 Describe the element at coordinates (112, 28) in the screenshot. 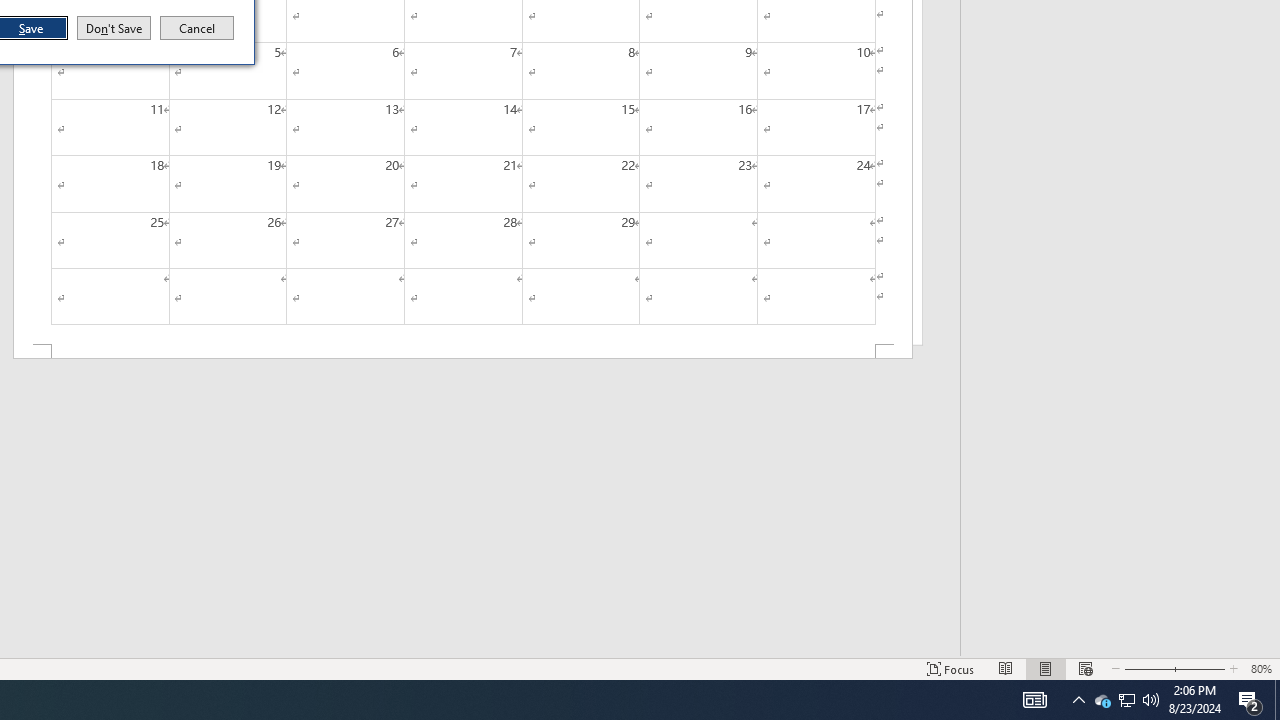

I see `'Don'` at that location.